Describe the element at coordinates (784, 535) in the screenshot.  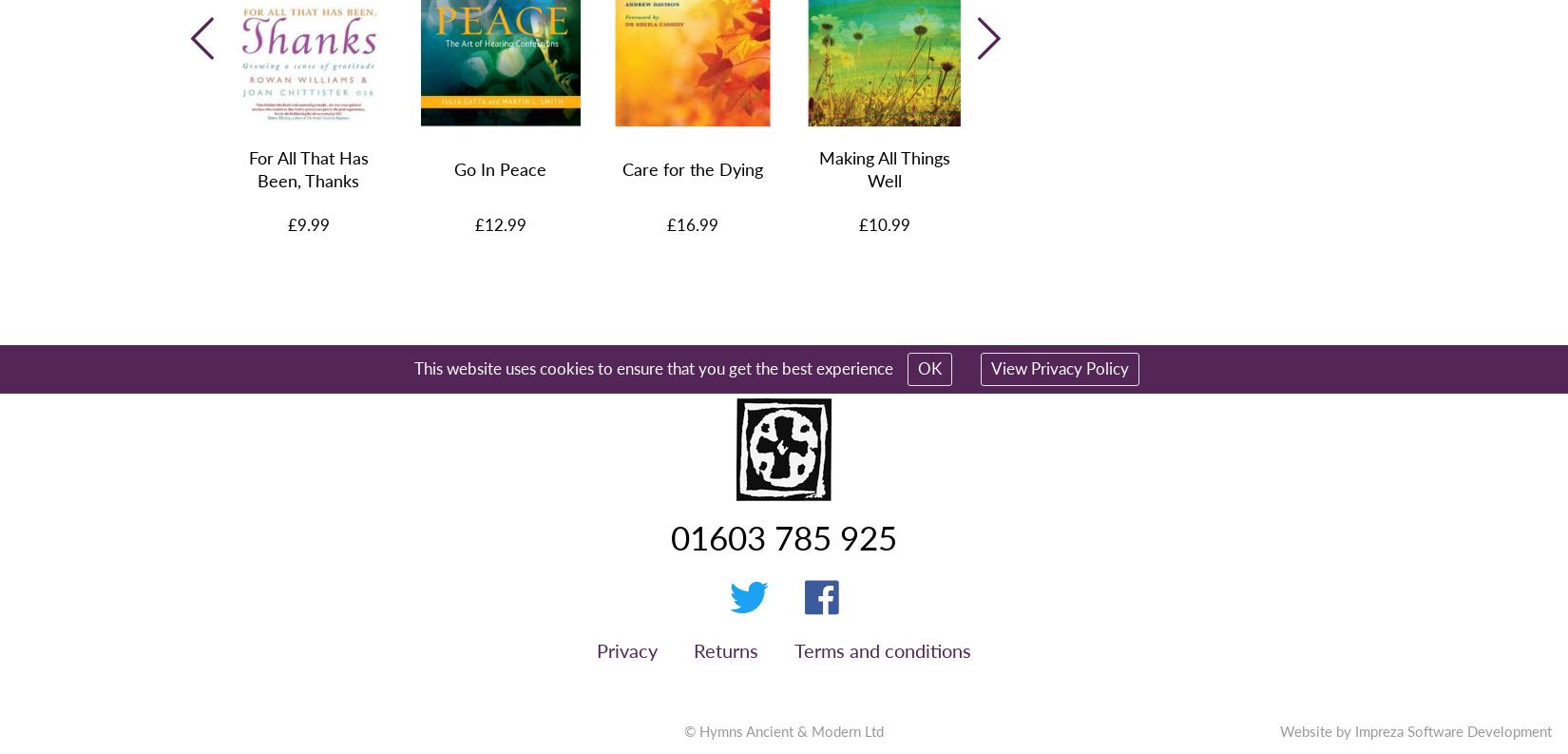
I see `'01603 785 925'` at that location.